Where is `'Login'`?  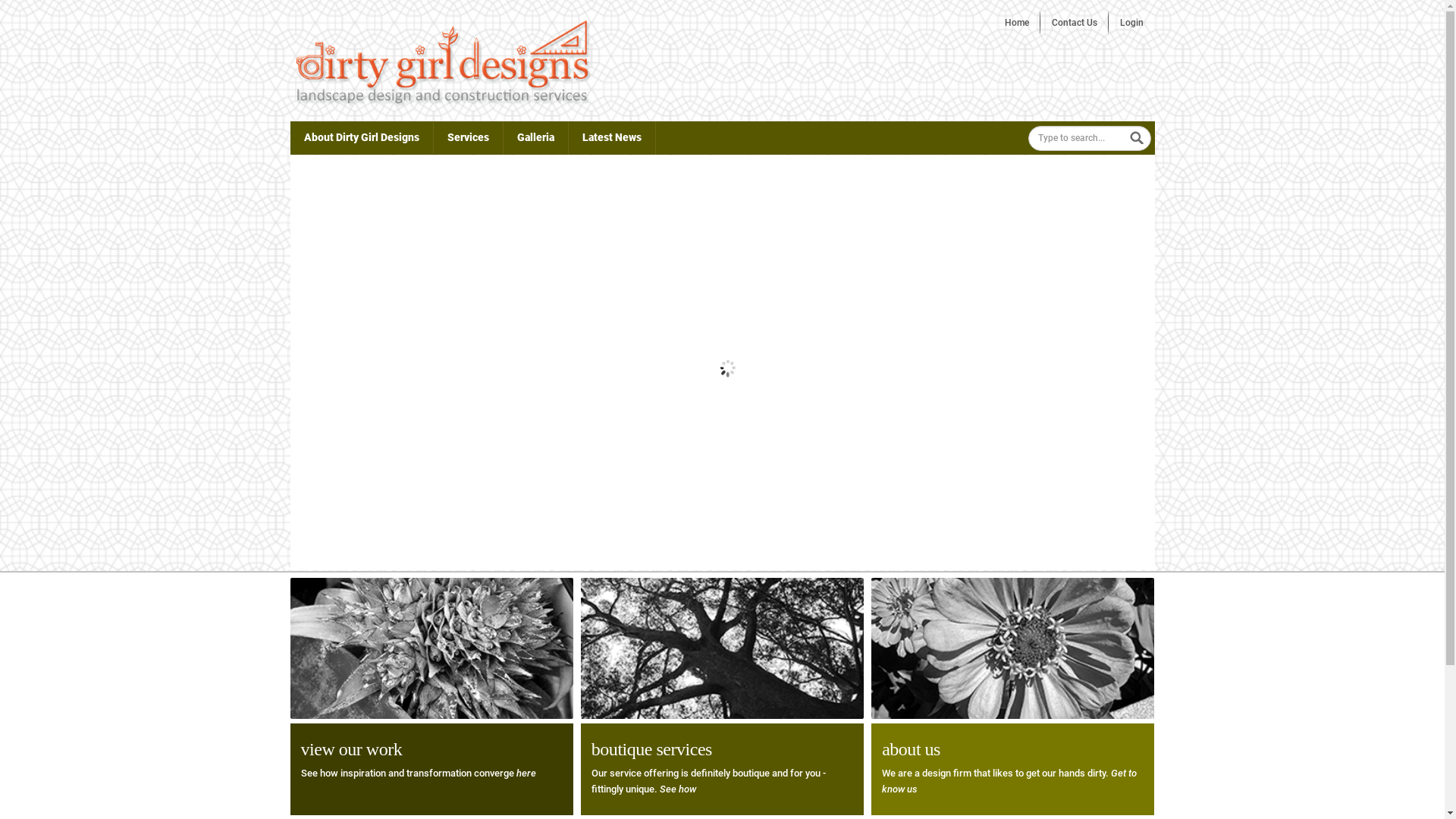
'Login' is located at coordinates (1131, 23).